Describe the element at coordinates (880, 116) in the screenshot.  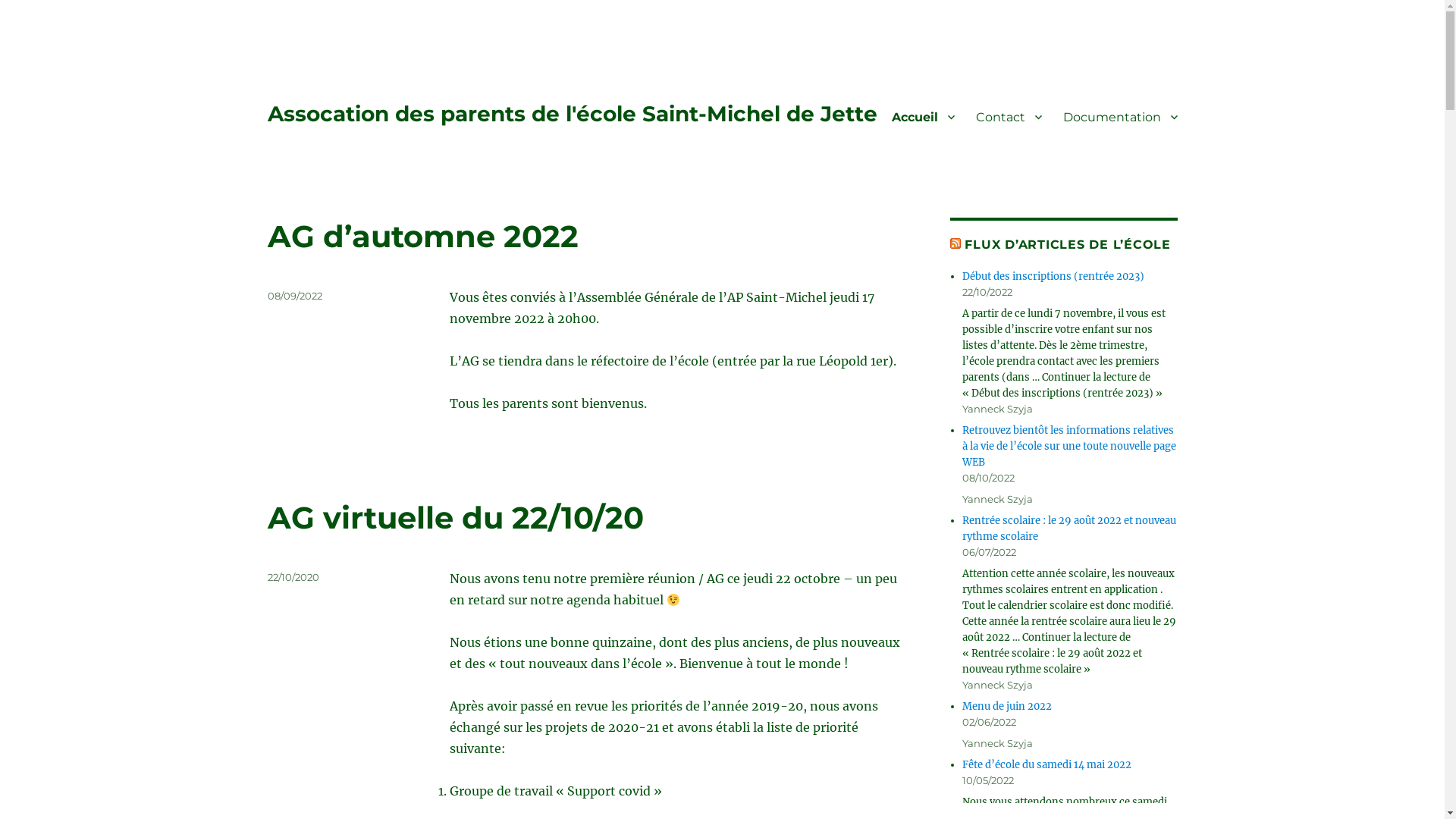
I see `'Accueil'` at that location.